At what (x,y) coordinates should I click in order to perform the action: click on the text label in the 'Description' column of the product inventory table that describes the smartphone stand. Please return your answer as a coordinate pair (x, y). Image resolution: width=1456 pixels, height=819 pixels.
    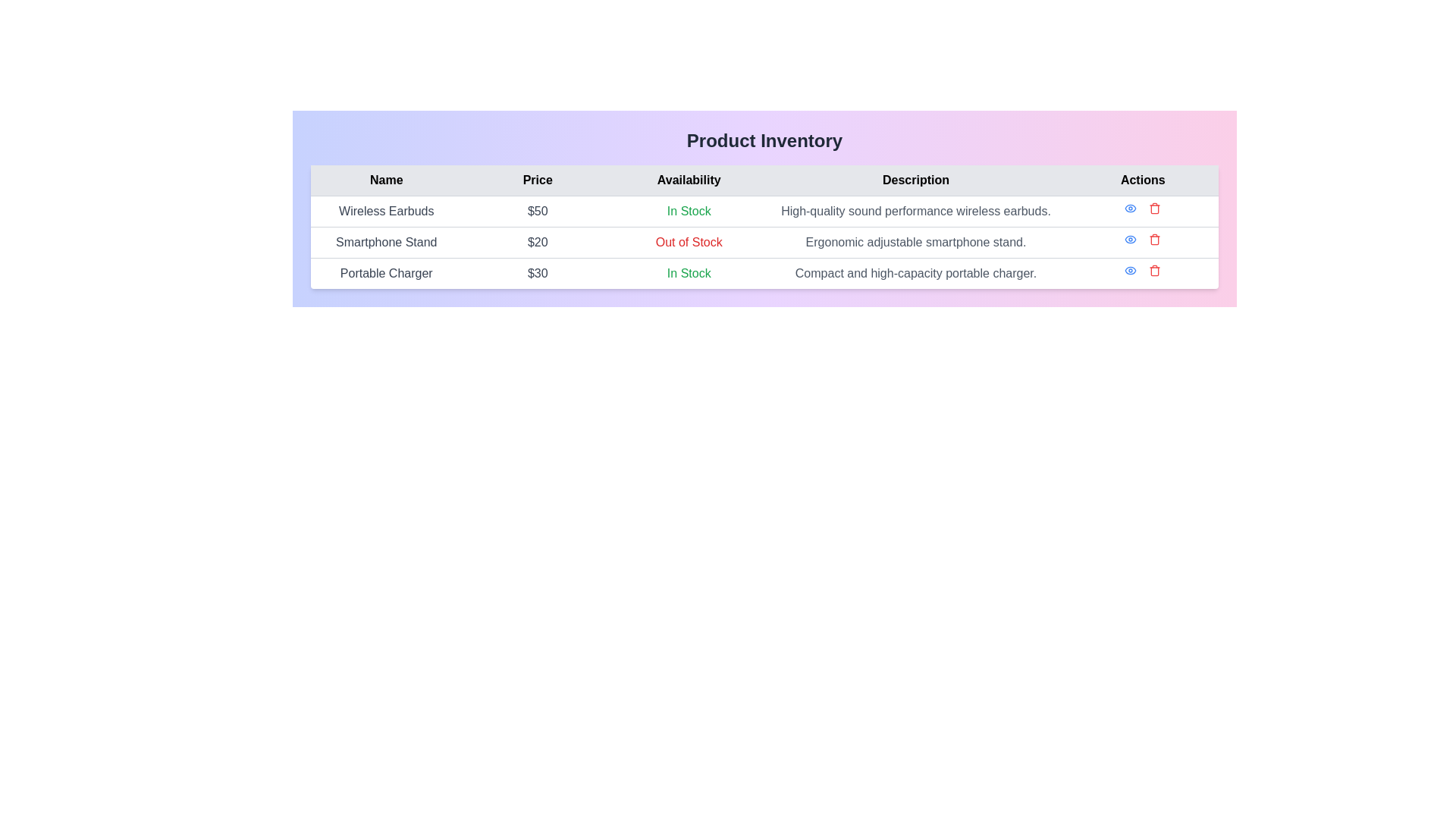
    Looking at the image, I should click on (915, 242).